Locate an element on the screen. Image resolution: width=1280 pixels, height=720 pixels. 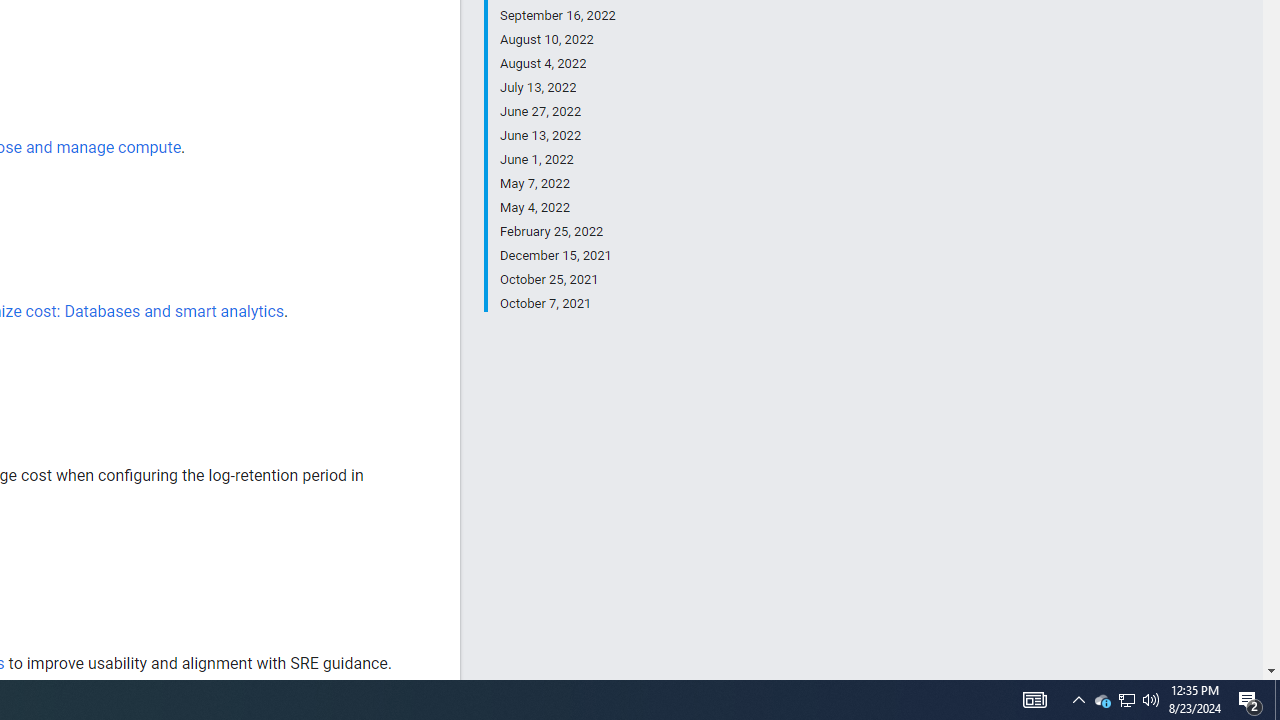
'October 25, 2021' is located at coordinates (557, 280).